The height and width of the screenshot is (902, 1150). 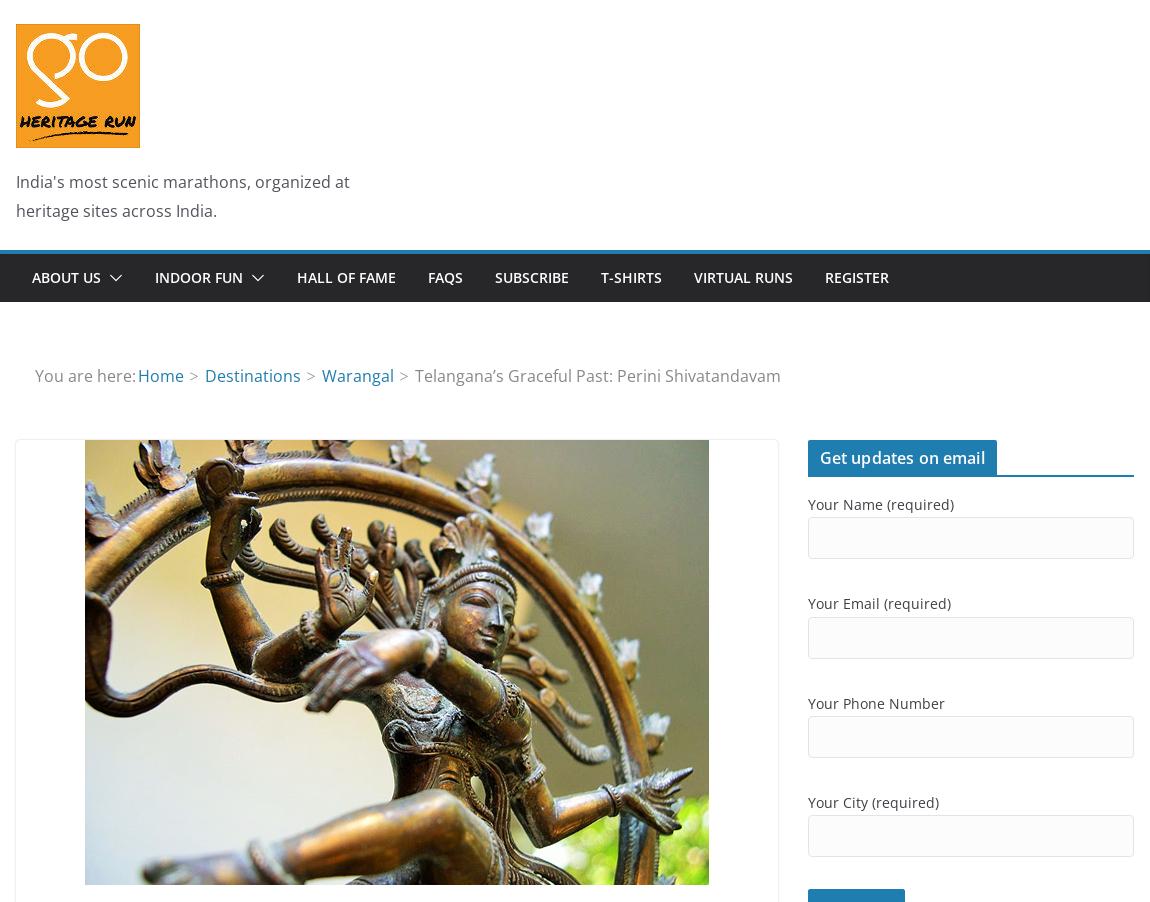 I want to click on 'Your Name (required)', so click(x=879, y=503).